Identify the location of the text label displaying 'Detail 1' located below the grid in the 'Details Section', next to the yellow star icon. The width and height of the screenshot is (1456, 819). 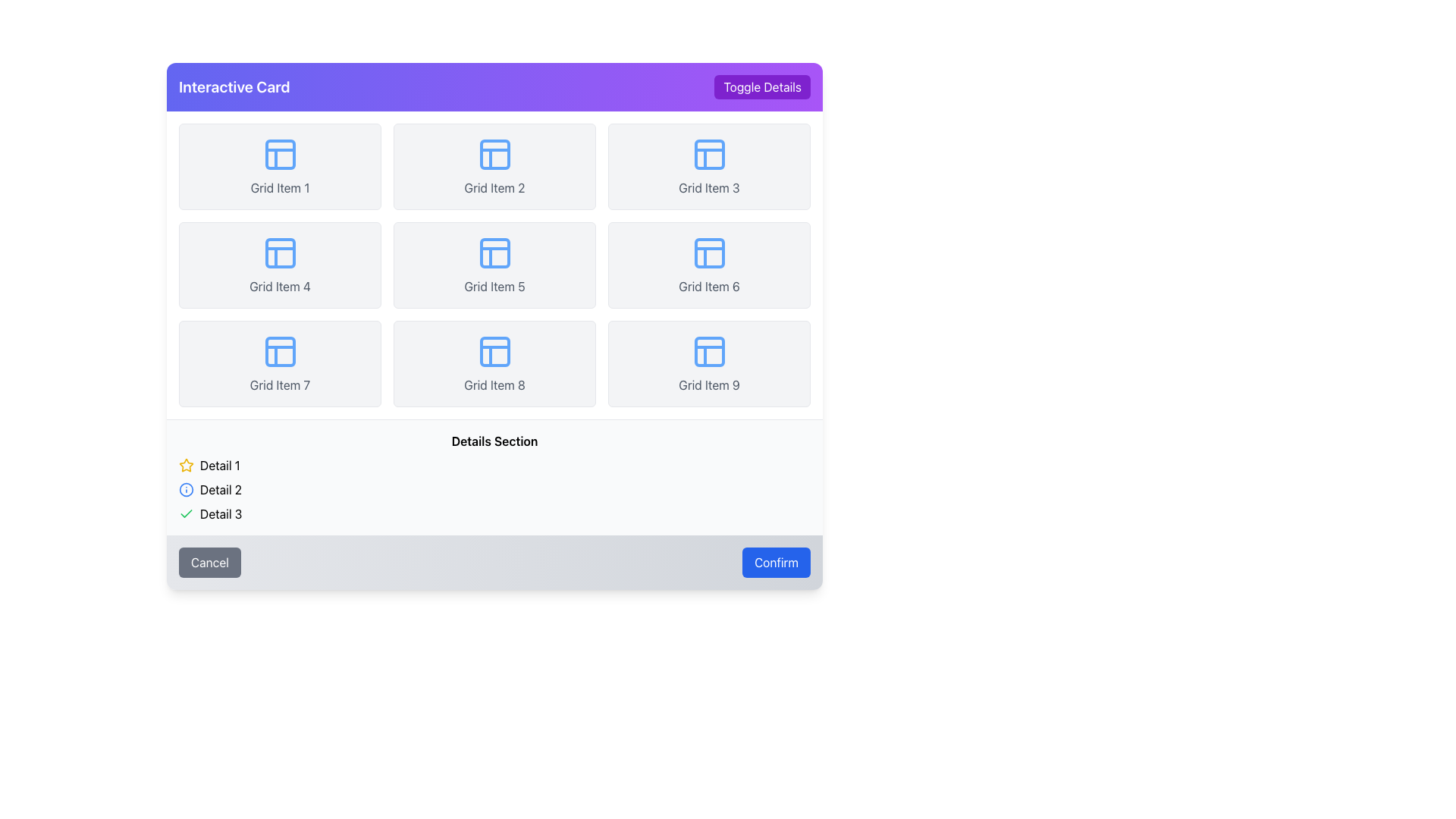
(219, 464).